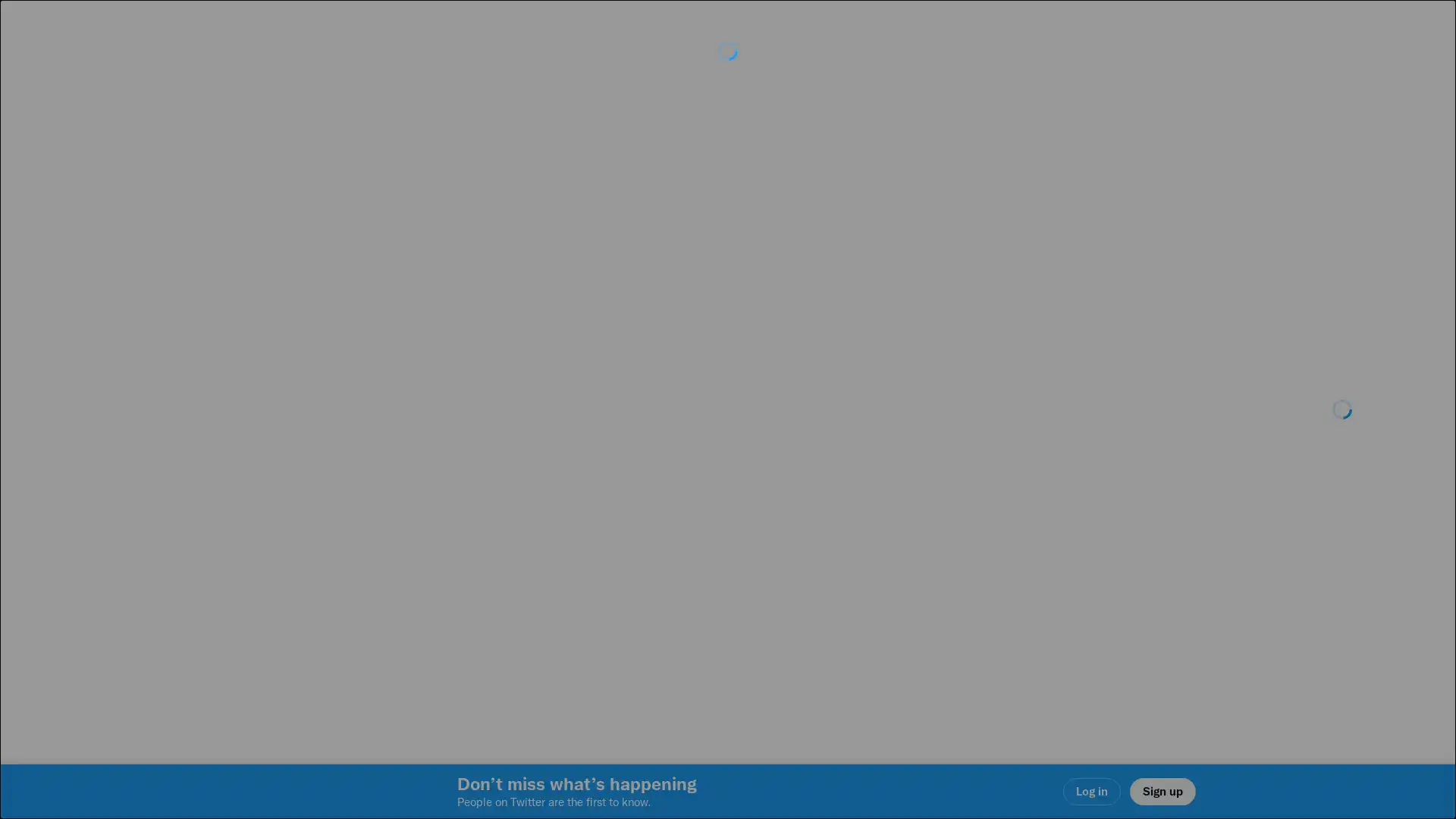 The width and height of the screenshot is (1456, 819). What do you see at coordinates (910, 516) in the screenshot?
I see `Log in` at bounding box center [910, 516].